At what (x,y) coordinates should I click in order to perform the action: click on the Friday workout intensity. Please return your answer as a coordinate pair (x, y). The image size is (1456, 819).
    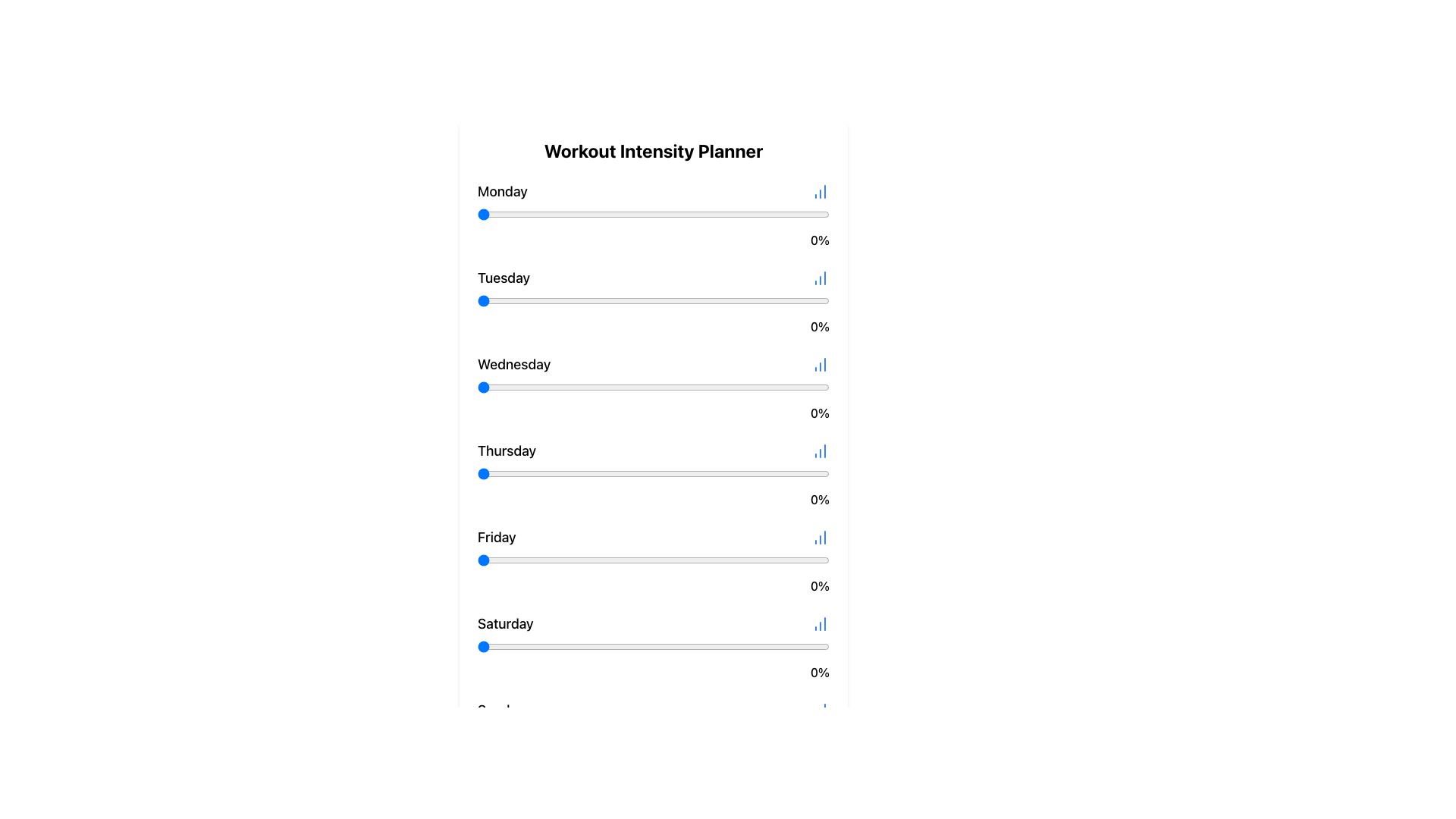
    Looking at the image, I should click on (742, 560).